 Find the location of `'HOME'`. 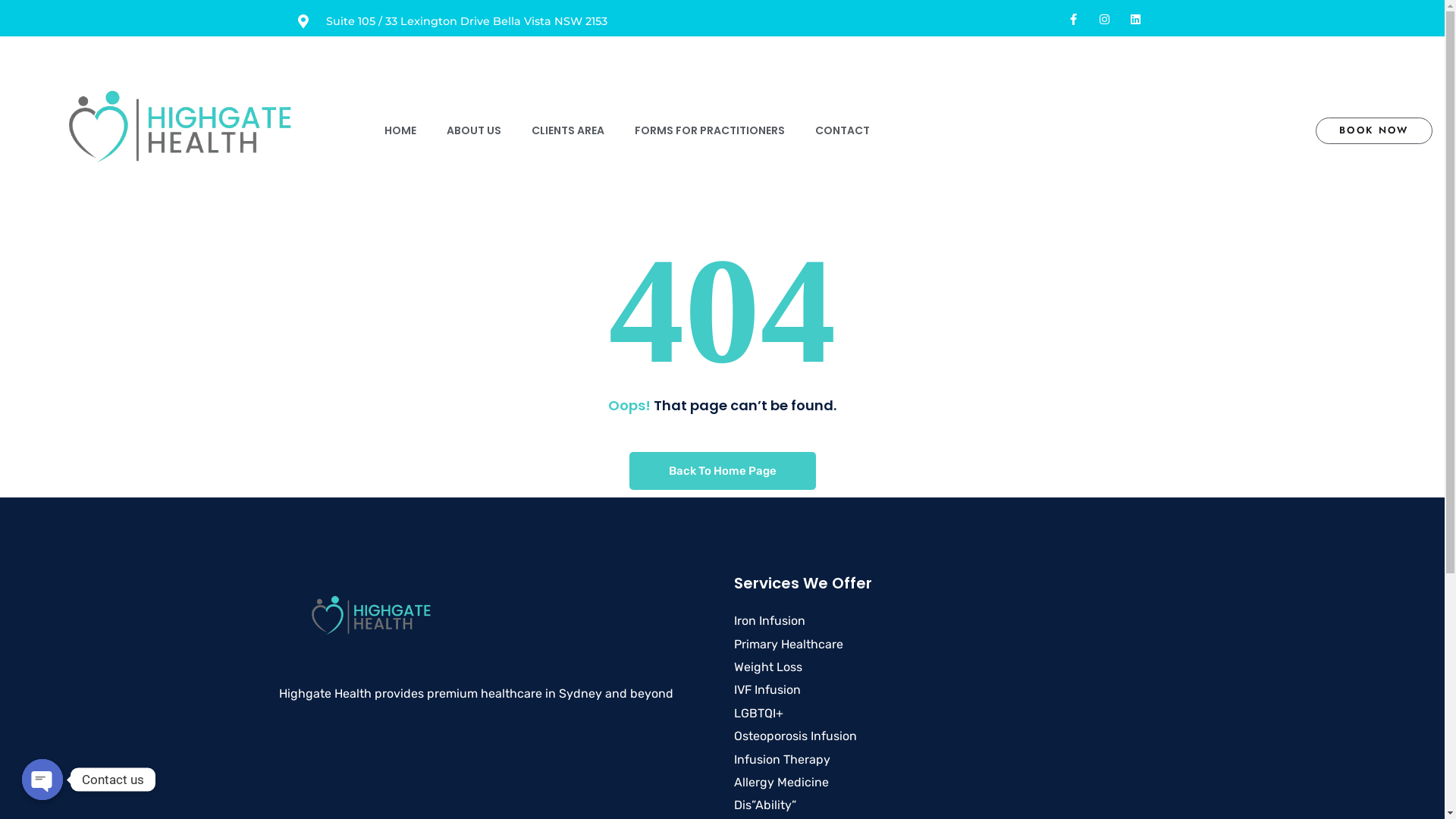

'HOME' is located at coordinates (400, 130).